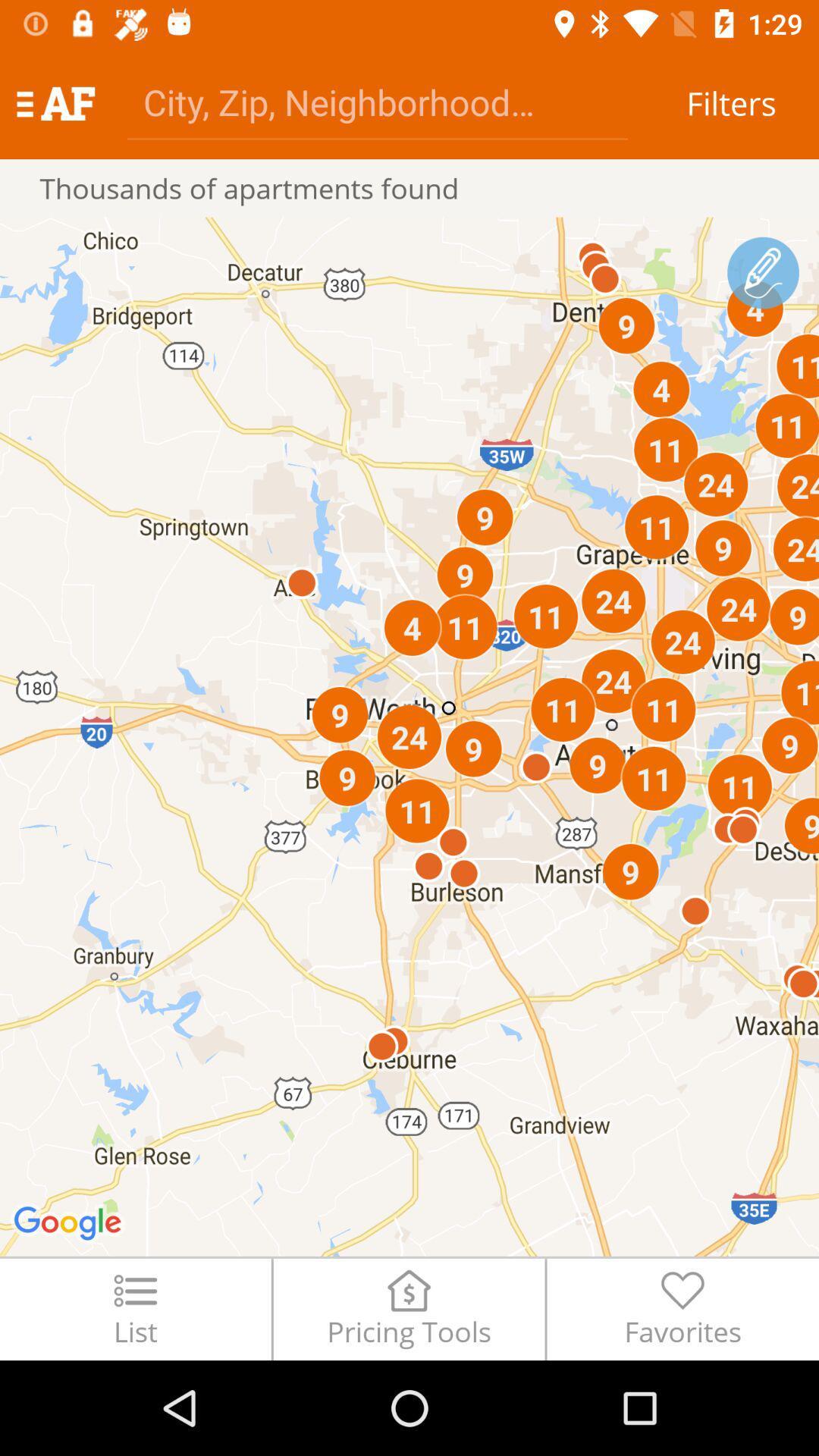  I want to click on icon above the favorites item, so click(763, 273).